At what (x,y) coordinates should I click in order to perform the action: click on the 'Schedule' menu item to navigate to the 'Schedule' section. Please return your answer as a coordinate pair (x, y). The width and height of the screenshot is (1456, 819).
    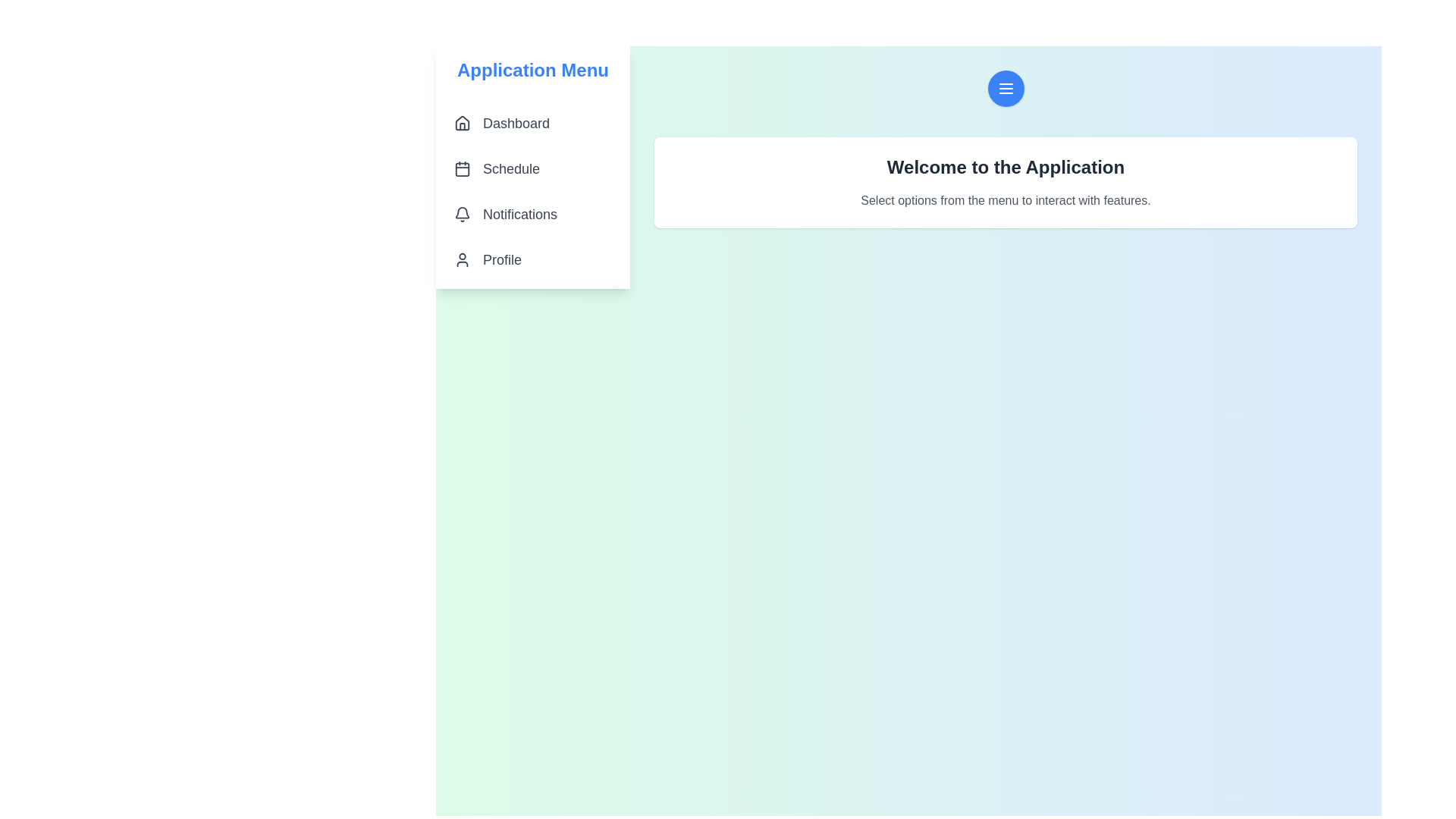
    Looking at the image, I should click on (532, 169).